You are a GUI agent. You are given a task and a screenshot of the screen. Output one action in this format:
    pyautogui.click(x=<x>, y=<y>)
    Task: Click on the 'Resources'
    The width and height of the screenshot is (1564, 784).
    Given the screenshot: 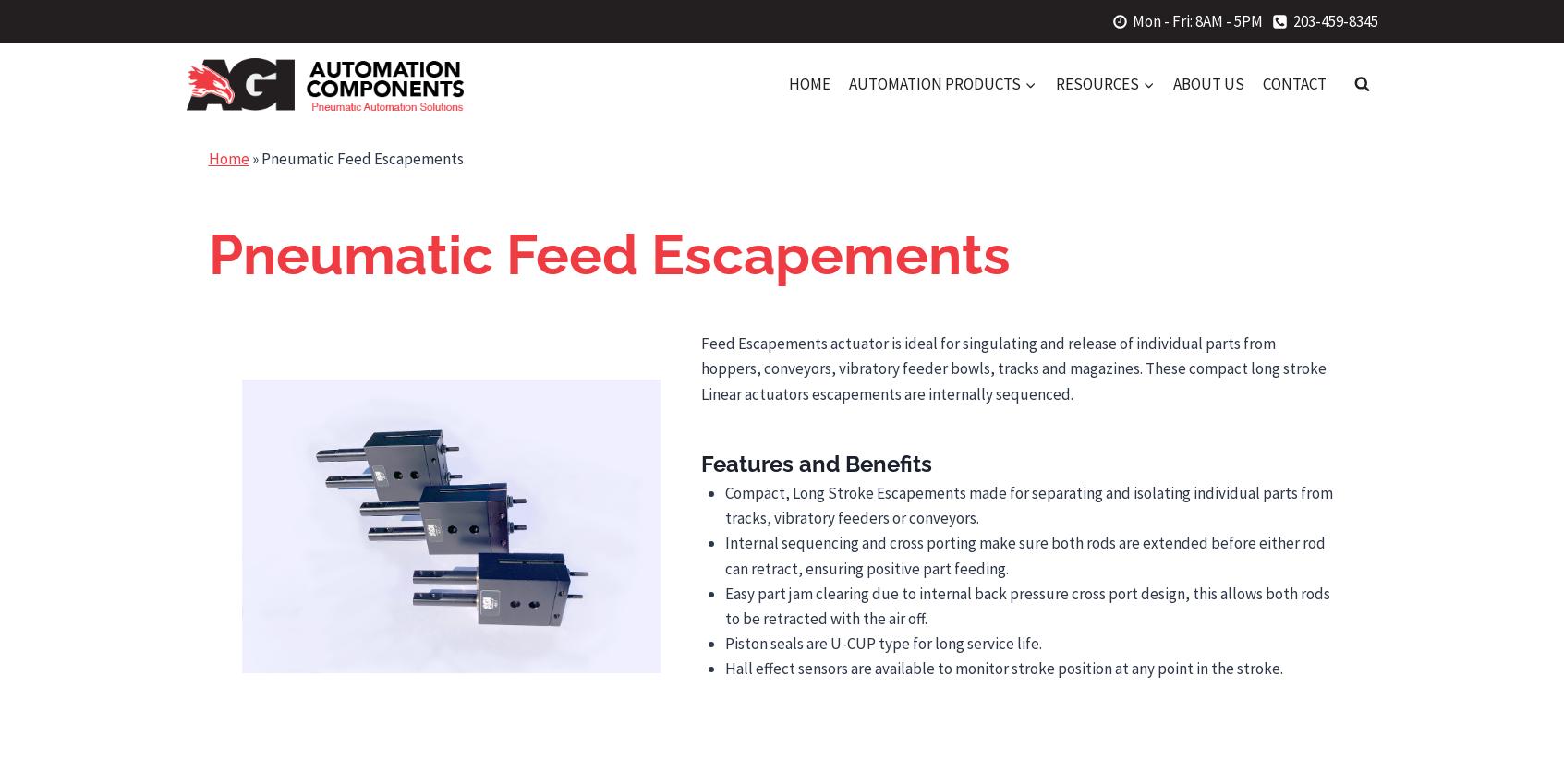 What is the action you would take?
    pyautogui.click(x=1095, y=82)
    